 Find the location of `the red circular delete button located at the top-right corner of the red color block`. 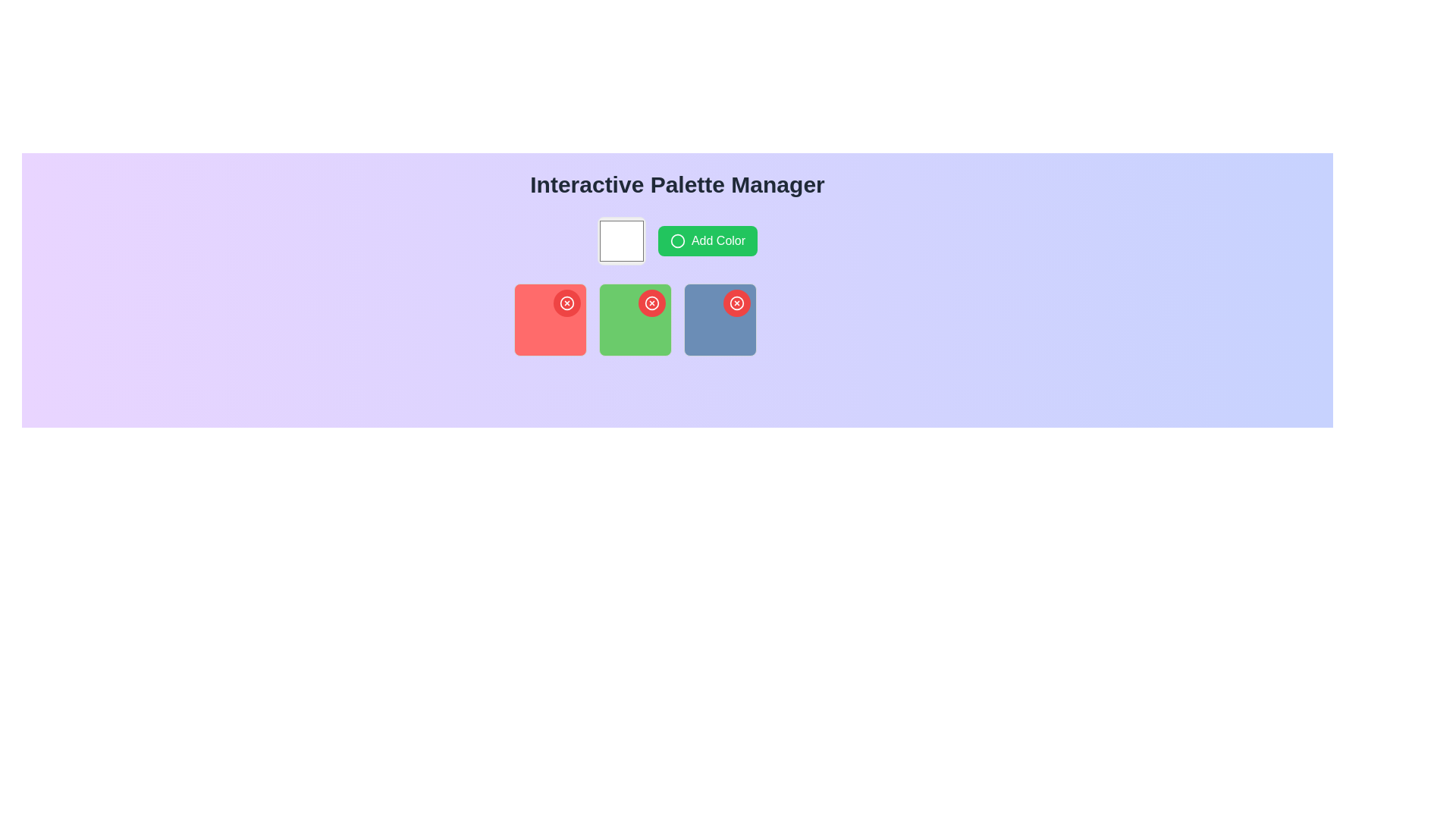

the red circular delete button located at the top-right corner of the red color block is located at coordinates (566, 303).